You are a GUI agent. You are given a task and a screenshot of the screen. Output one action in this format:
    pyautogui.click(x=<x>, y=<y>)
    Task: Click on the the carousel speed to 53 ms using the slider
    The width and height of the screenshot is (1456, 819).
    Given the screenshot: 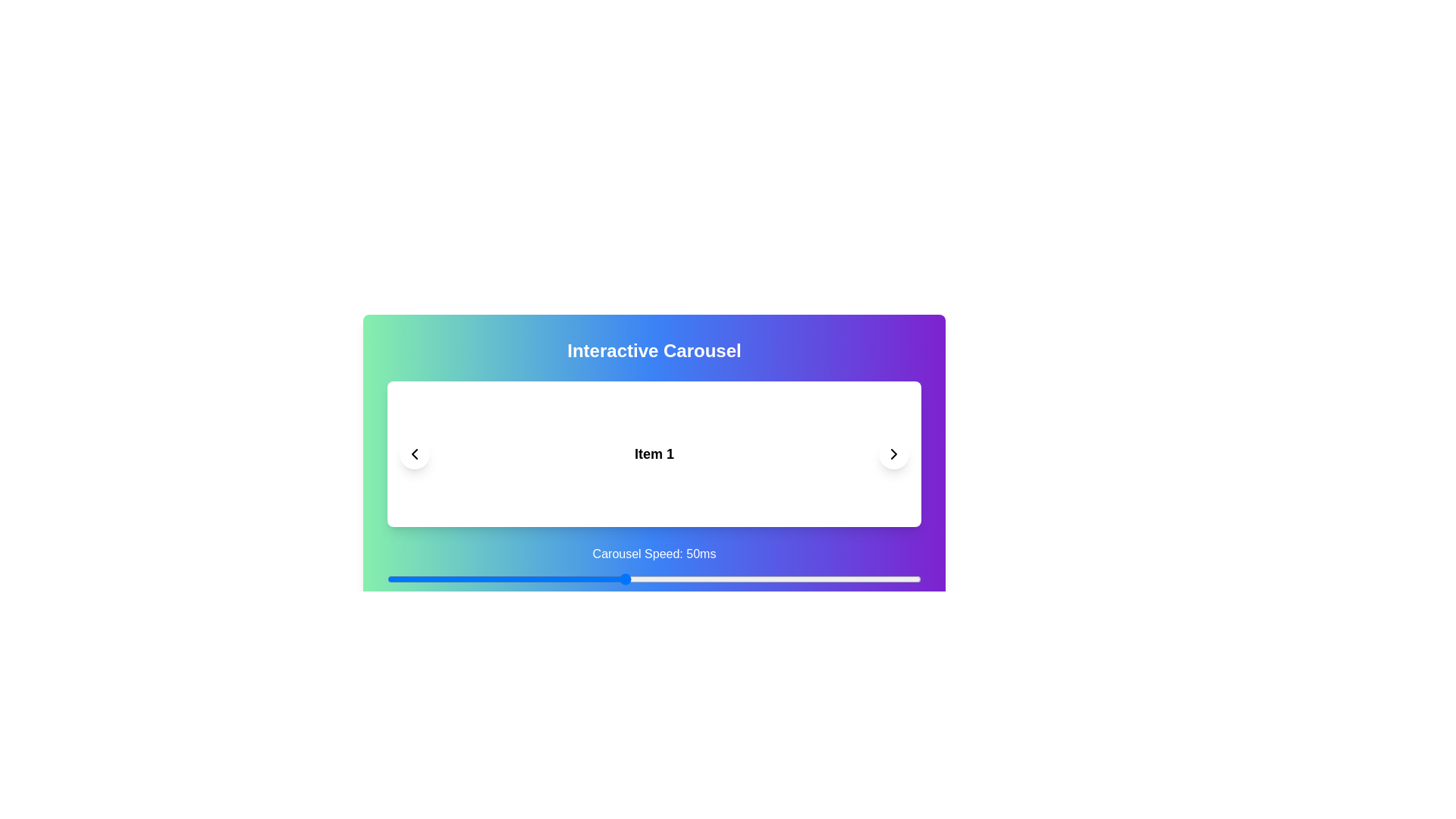 What is the action you would take?
    pyautogui.click(x=642, y=579)
    